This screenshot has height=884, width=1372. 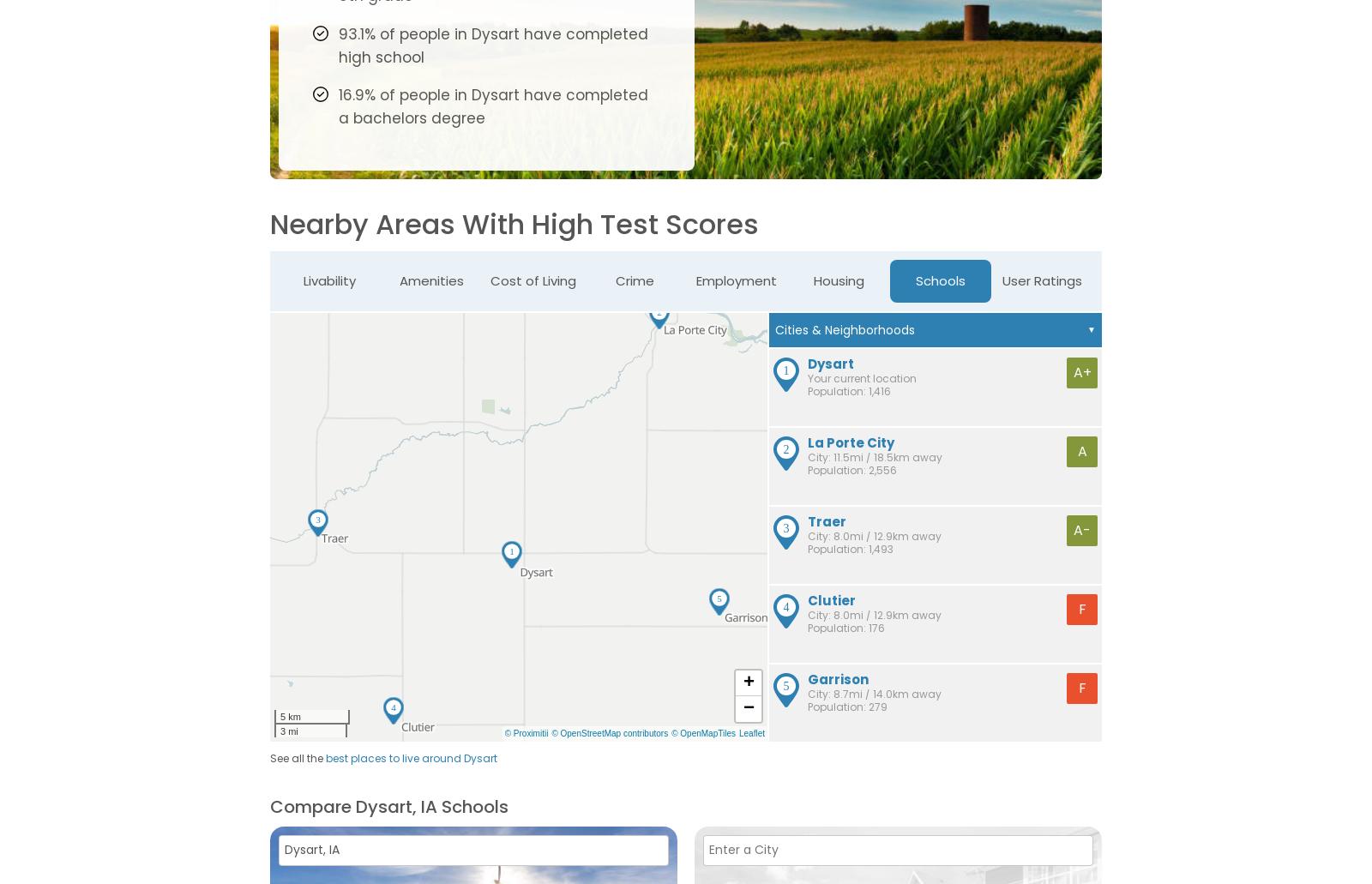 What do you see at coordinates (388, 804) in the screenshot?
I see `'Compare Dysart, IA Schools'` at bounding box center [388, 804].